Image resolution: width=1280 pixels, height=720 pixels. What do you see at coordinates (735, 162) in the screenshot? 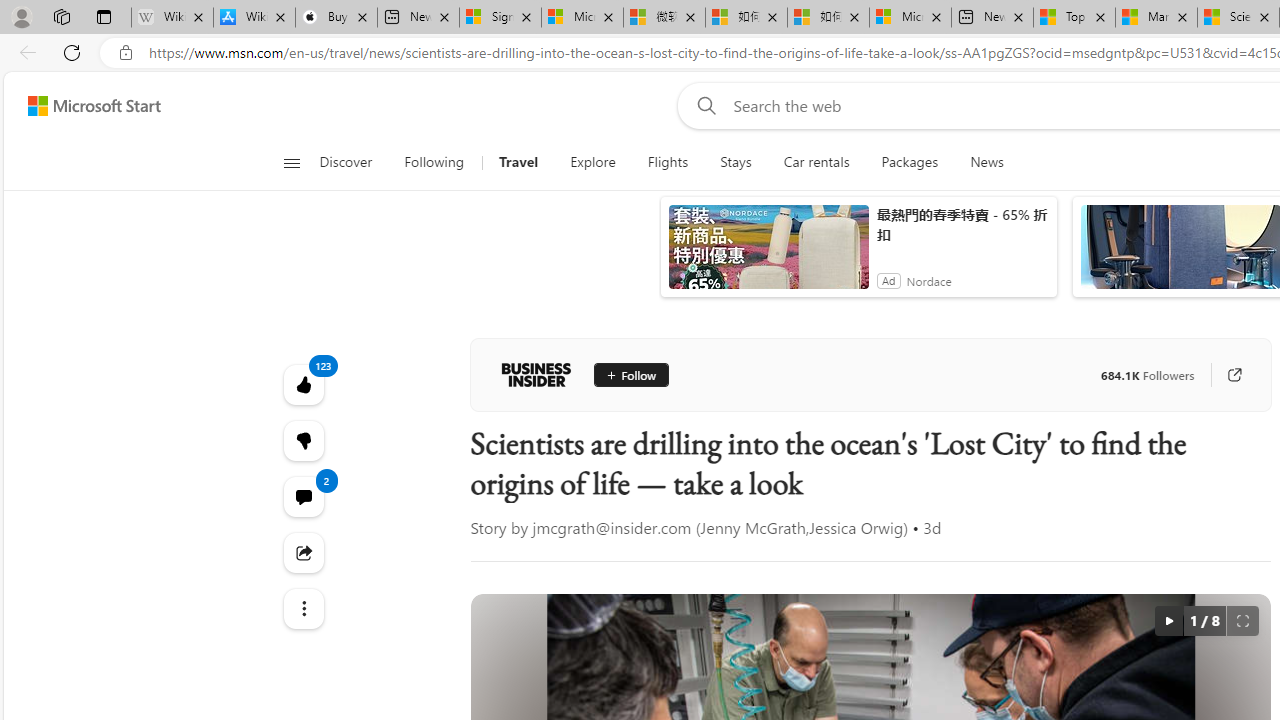
I see `'Stays'` at bounding box center [735, 162].